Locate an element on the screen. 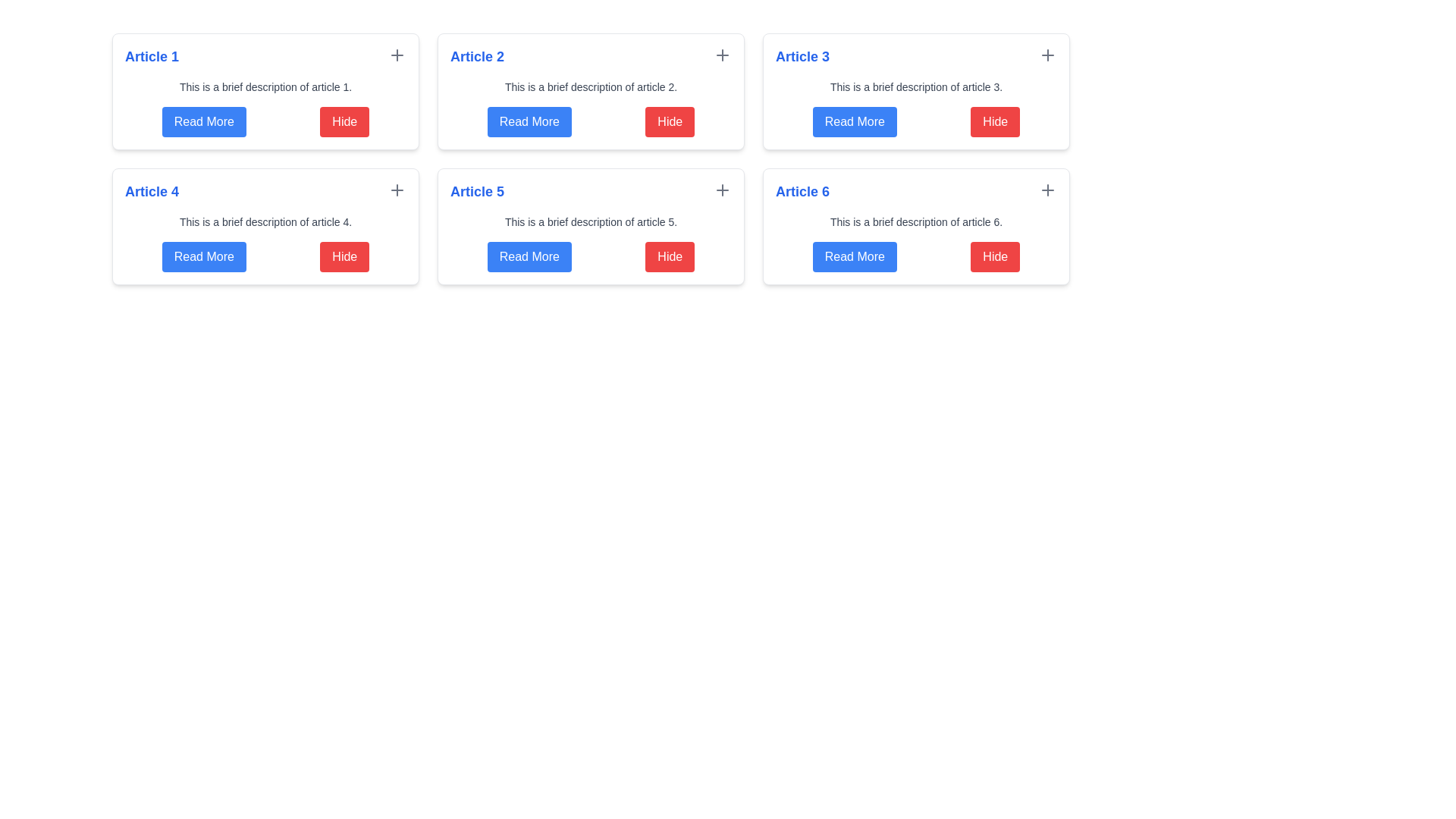  the red 'Hide' button with rounded corners is located at coordinates (344, 121).